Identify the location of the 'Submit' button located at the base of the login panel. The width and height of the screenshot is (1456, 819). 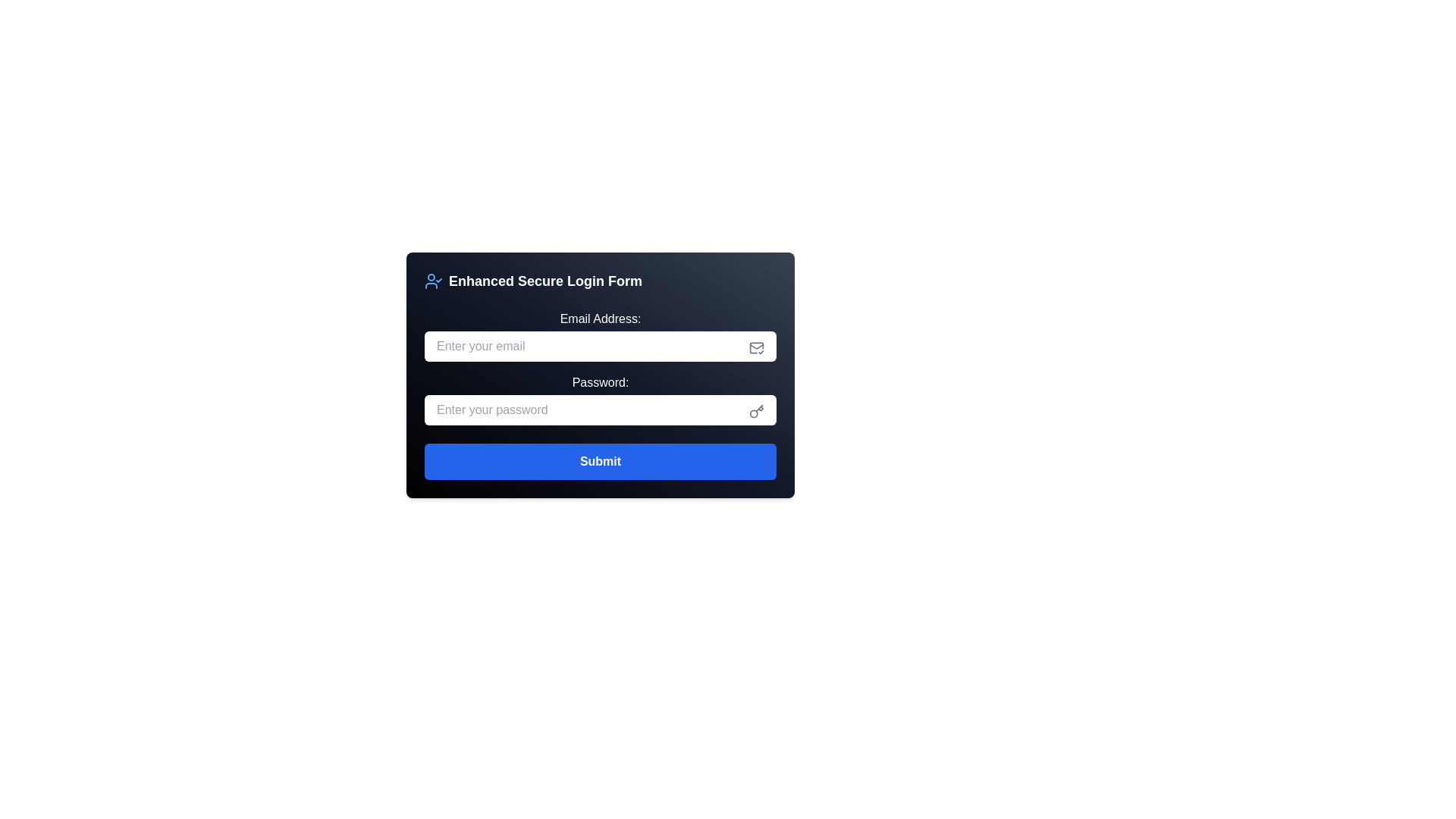
(600, 461).